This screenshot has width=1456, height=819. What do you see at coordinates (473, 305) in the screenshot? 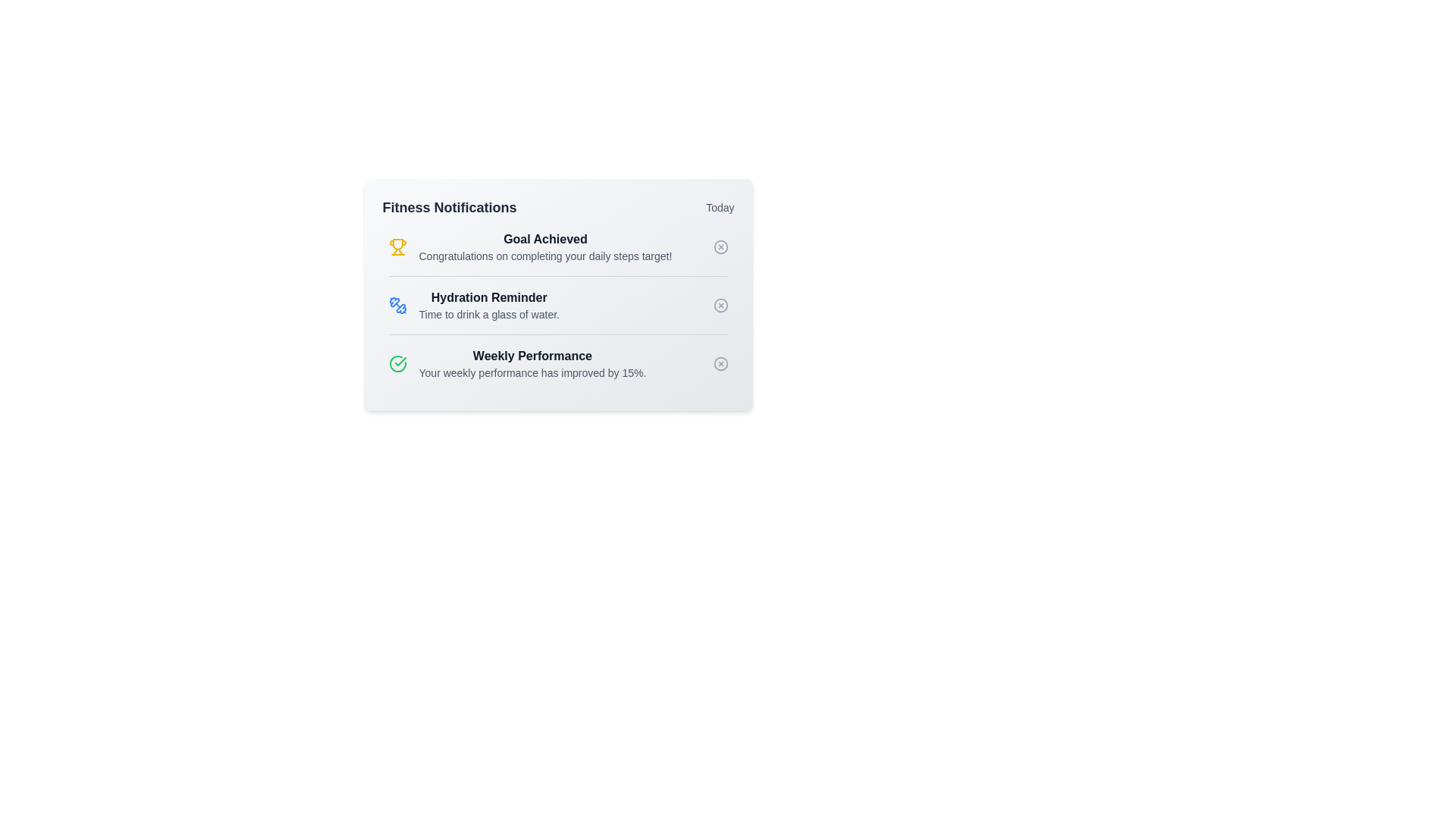
I see `the second notification card in the Fitness Notifications section` at bounding box center [473, 305].